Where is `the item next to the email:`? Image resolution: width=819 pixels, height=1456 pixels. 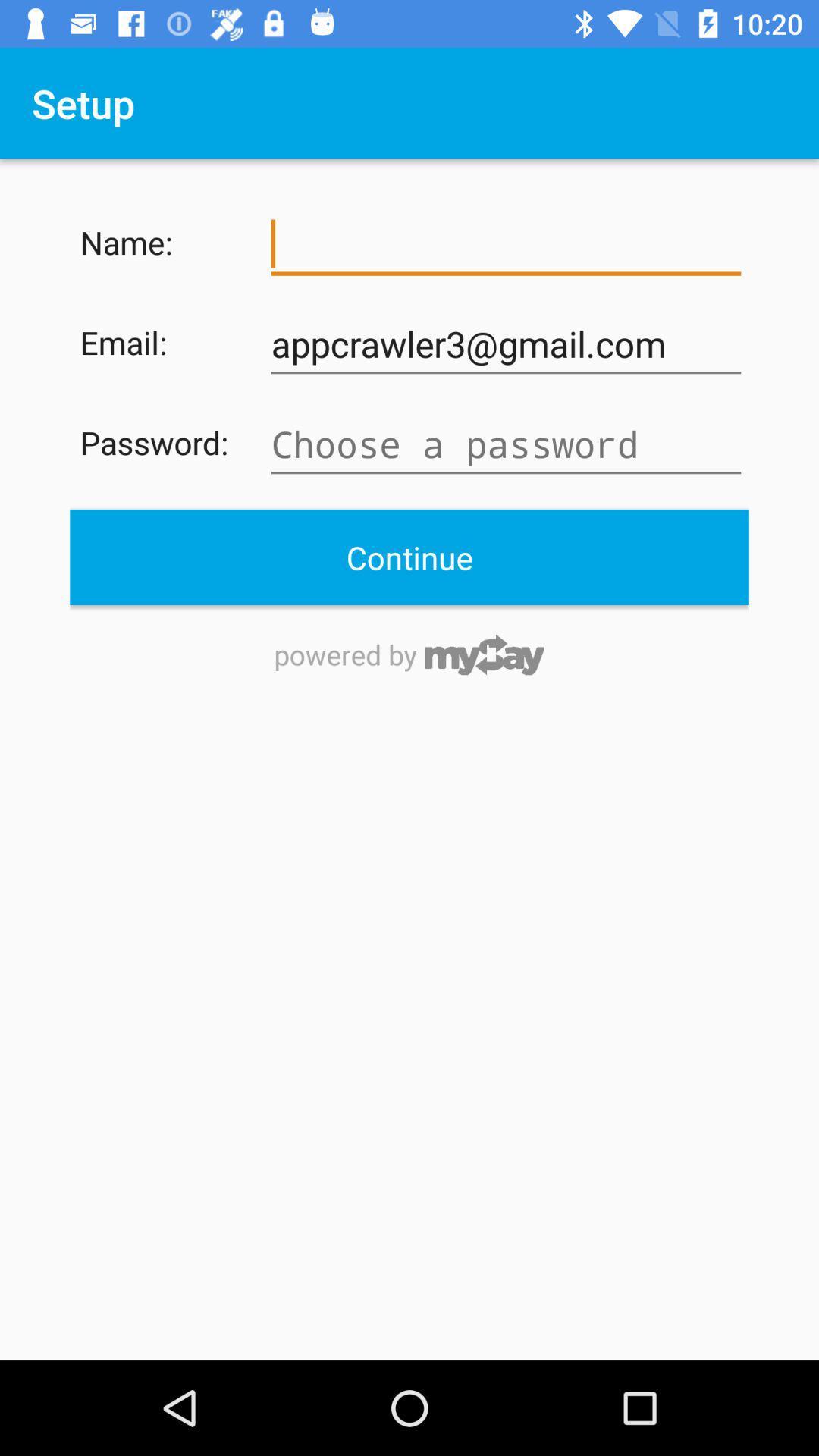 the item next to the email: is located at coordinates (506, 344).